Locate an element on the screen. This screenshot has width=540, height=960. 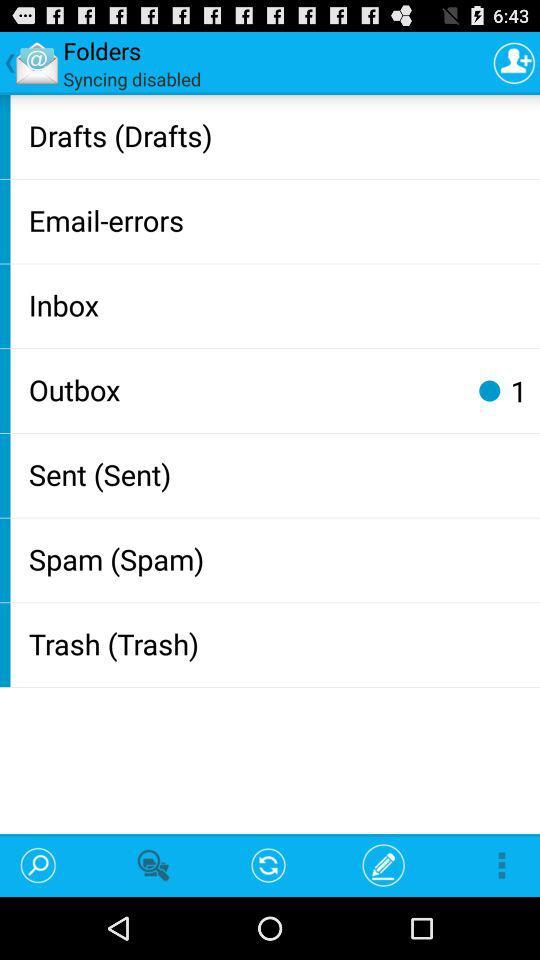
outbox app is located at coordinates (244, 388).